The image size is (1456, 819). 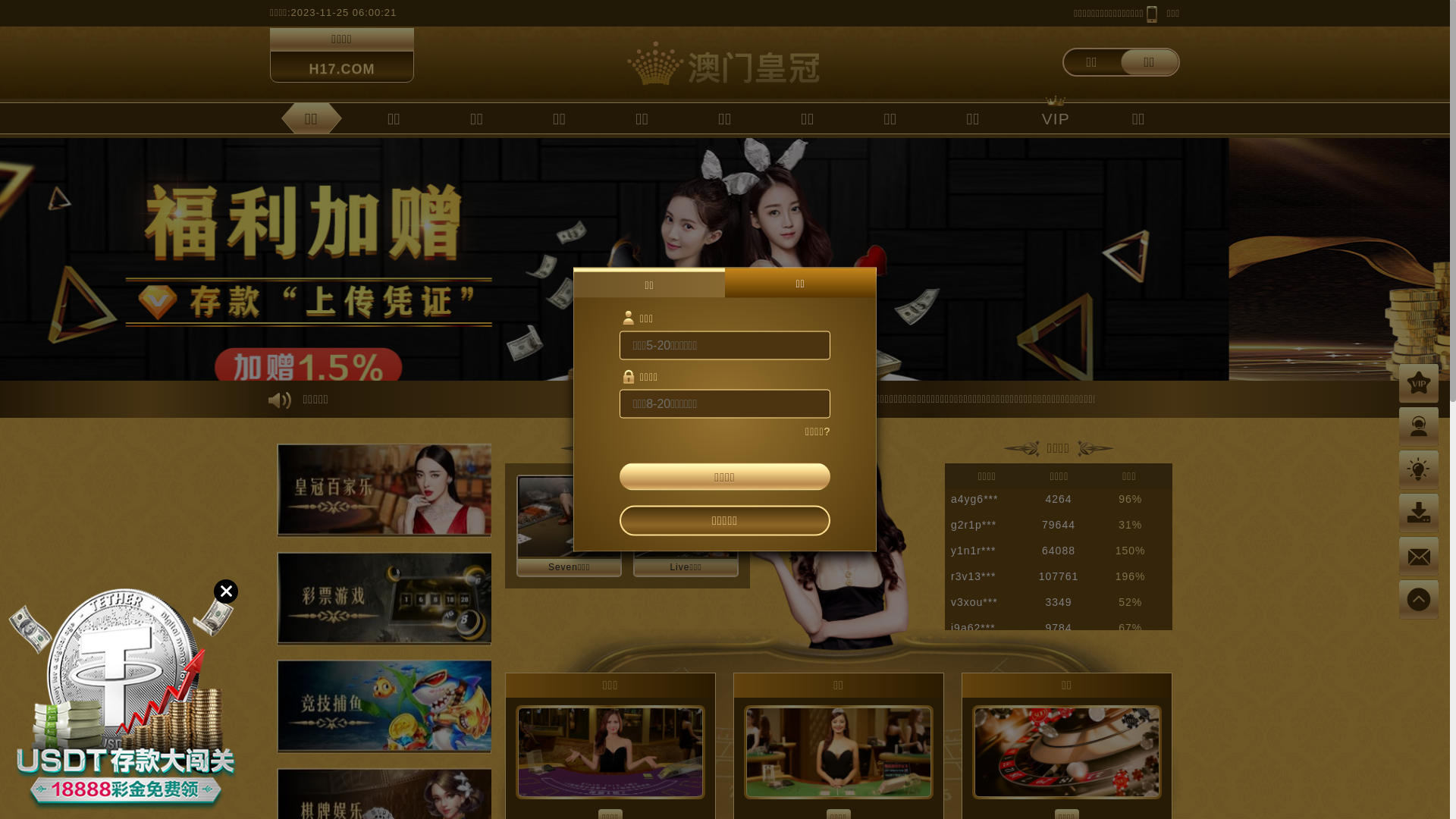 I want to click on 'VIP', so click(x=1025, y=117).